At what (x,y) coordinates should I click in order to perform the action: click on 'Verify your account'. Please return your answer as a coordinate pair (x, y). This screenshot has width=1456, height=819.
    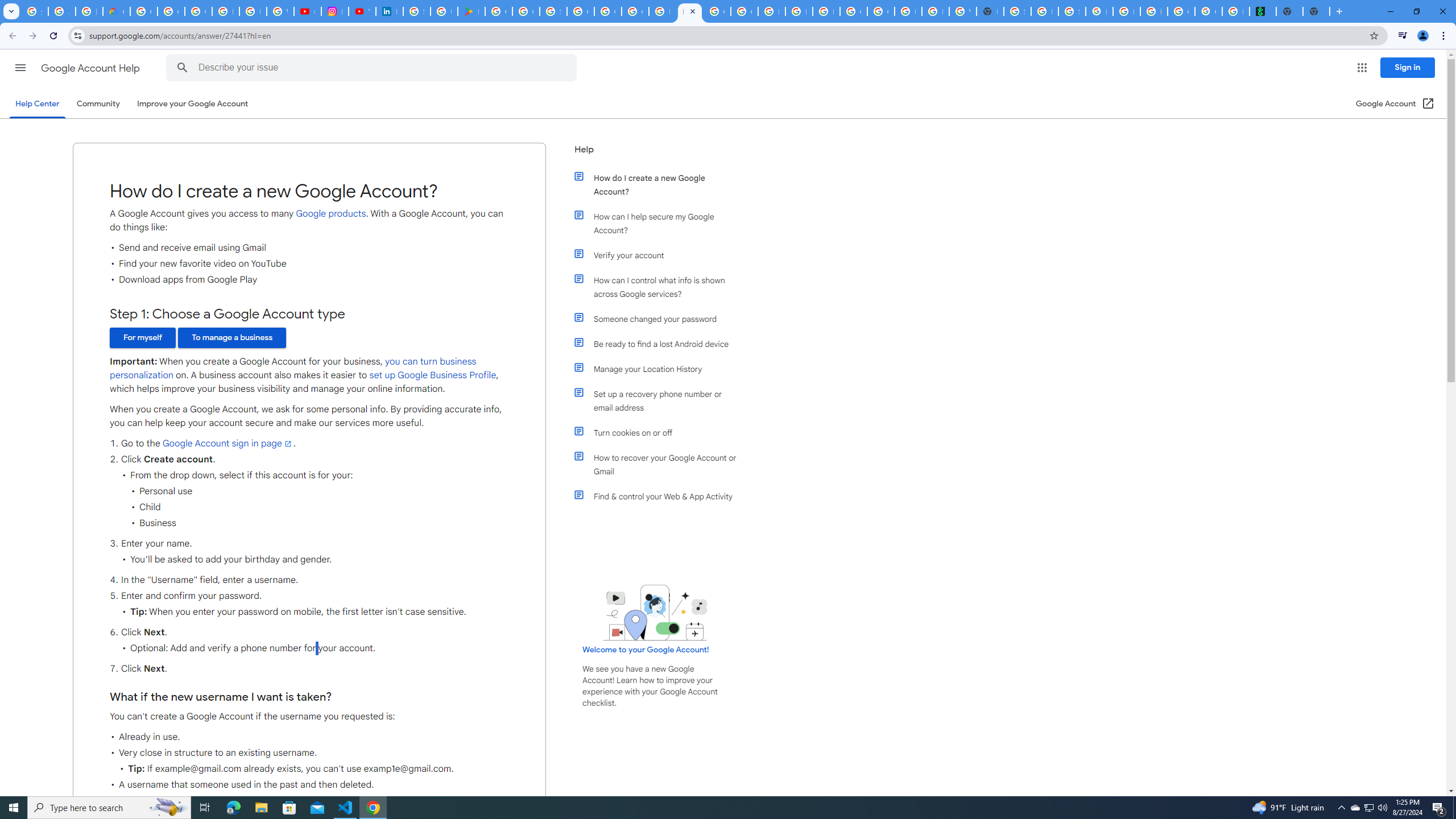
    Looking at the image, I should click on (661, 255).